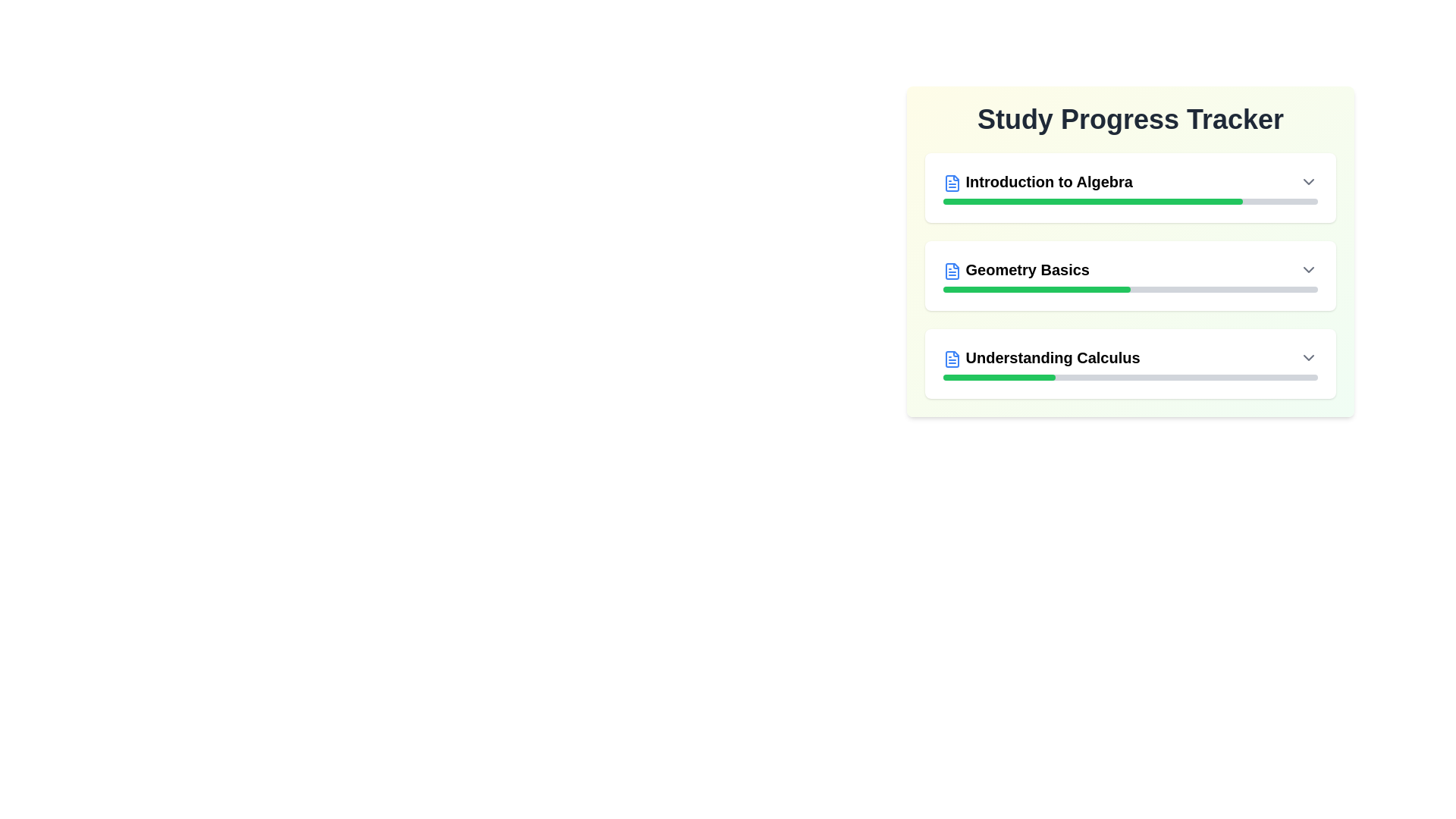 The image size is (1456, 819). What do you see at coordinates (952, 359) in the screenshot?
I see `the blue document icon located to the left of the text 'Understanding Calculus', which is the first element in that row` at bounding box center [952, 359].